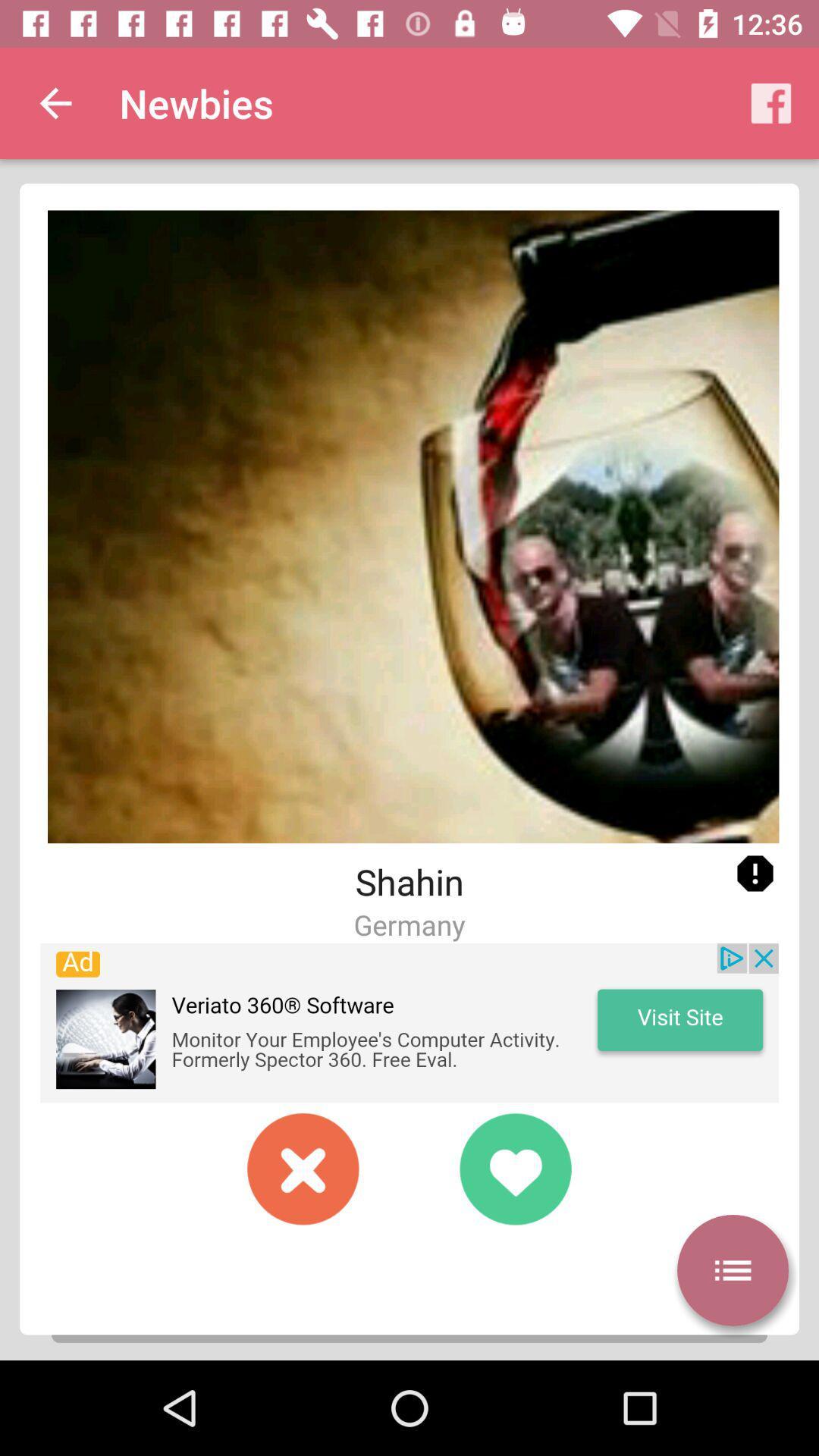  I want to click on to make is favorite, so click(514, 1168).